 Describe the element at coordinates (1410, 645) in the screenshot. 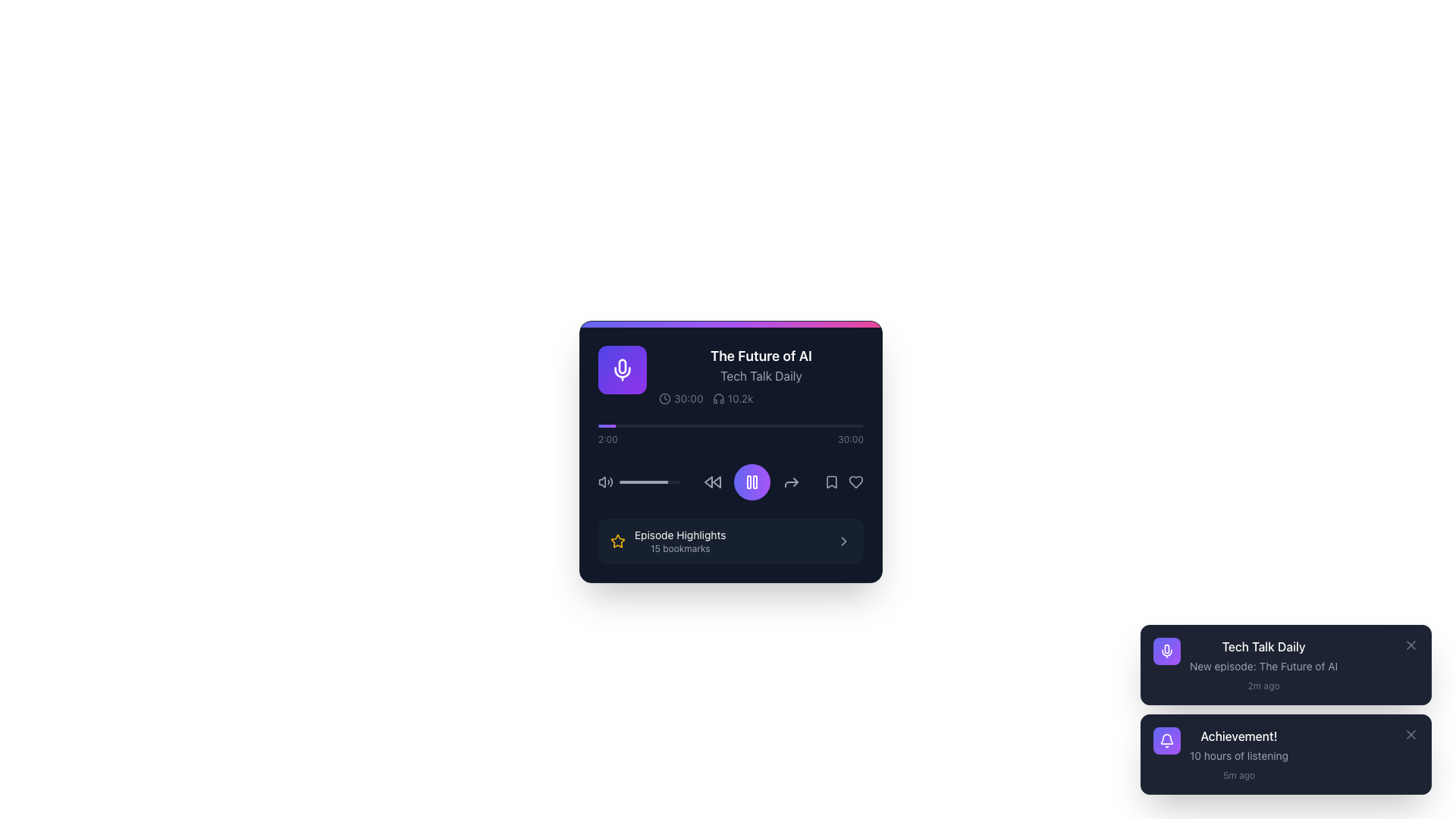

I see `the close button located in the top-right corner of the 'Tech Talk Daily' notification to change its color` at that location.